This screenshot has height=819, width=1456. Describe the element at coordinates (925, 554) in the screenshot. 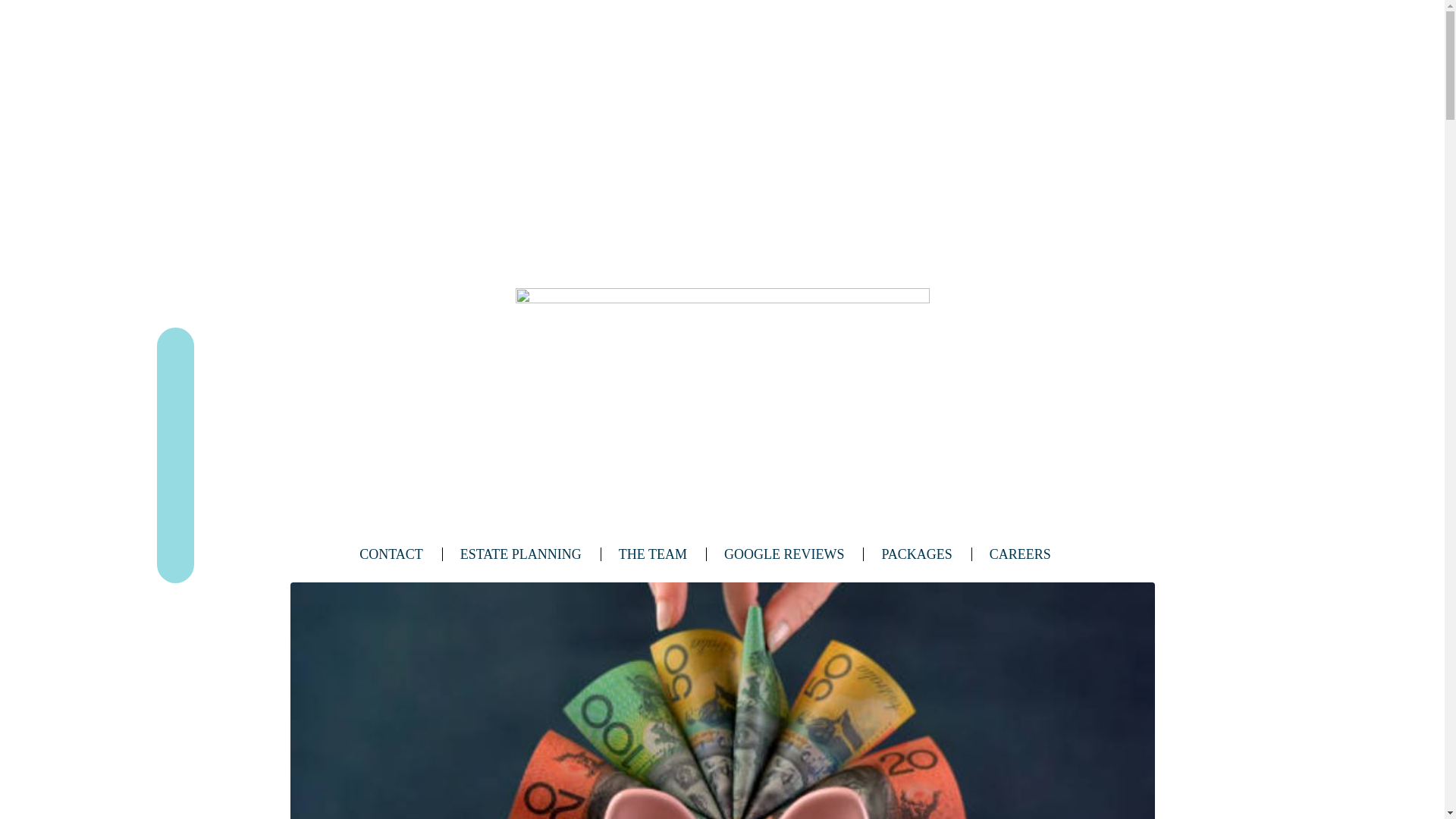

I see `'PACKAGES'` at that location.